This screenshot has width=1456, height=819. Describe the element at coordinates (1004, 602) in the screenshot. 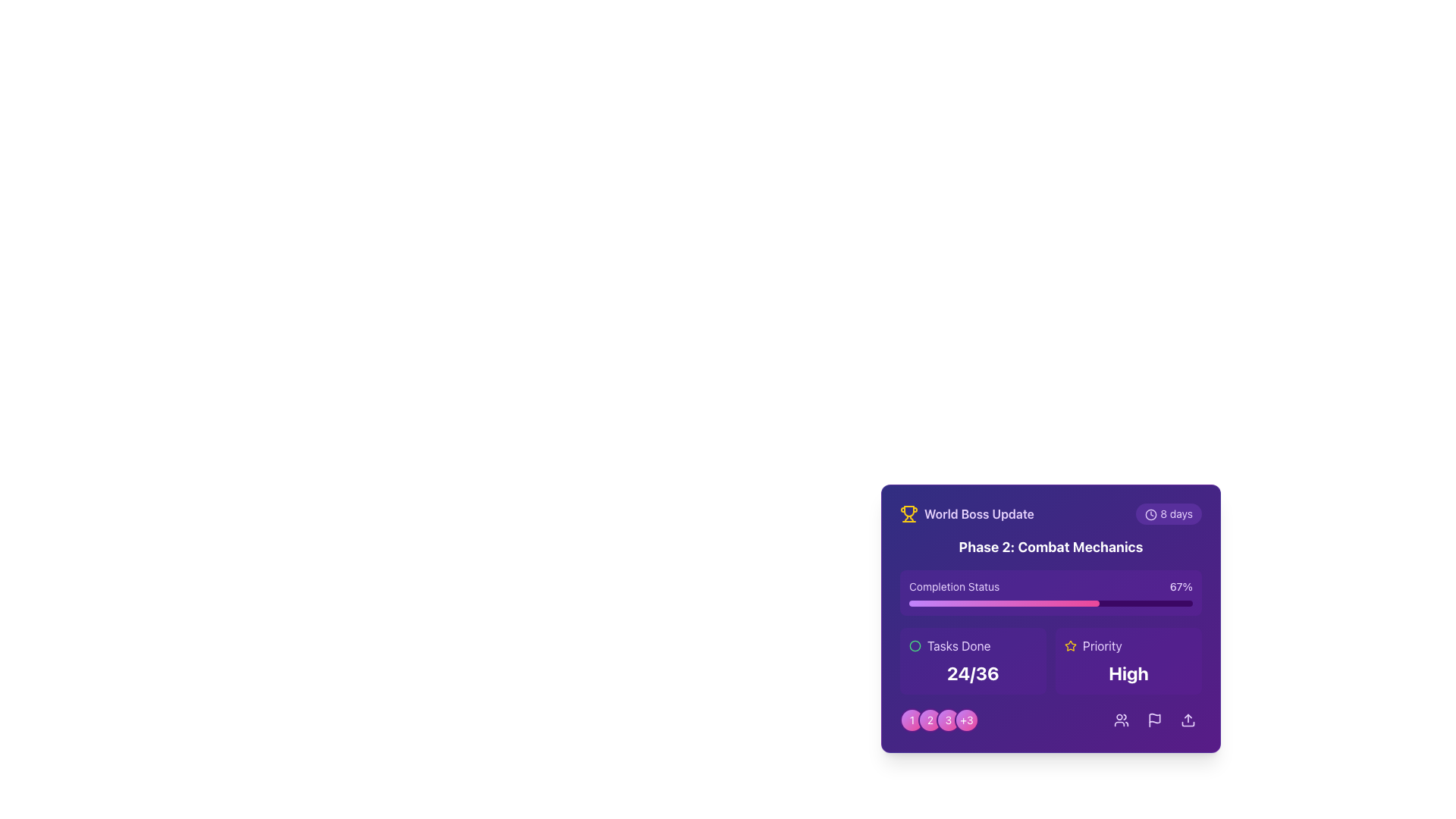

I see `the progress bar indicating 67% completion, which is located under the 'Phase 2: Combat Mechanics' section and has a gradient fill transitioning from purple to pink` at that location.